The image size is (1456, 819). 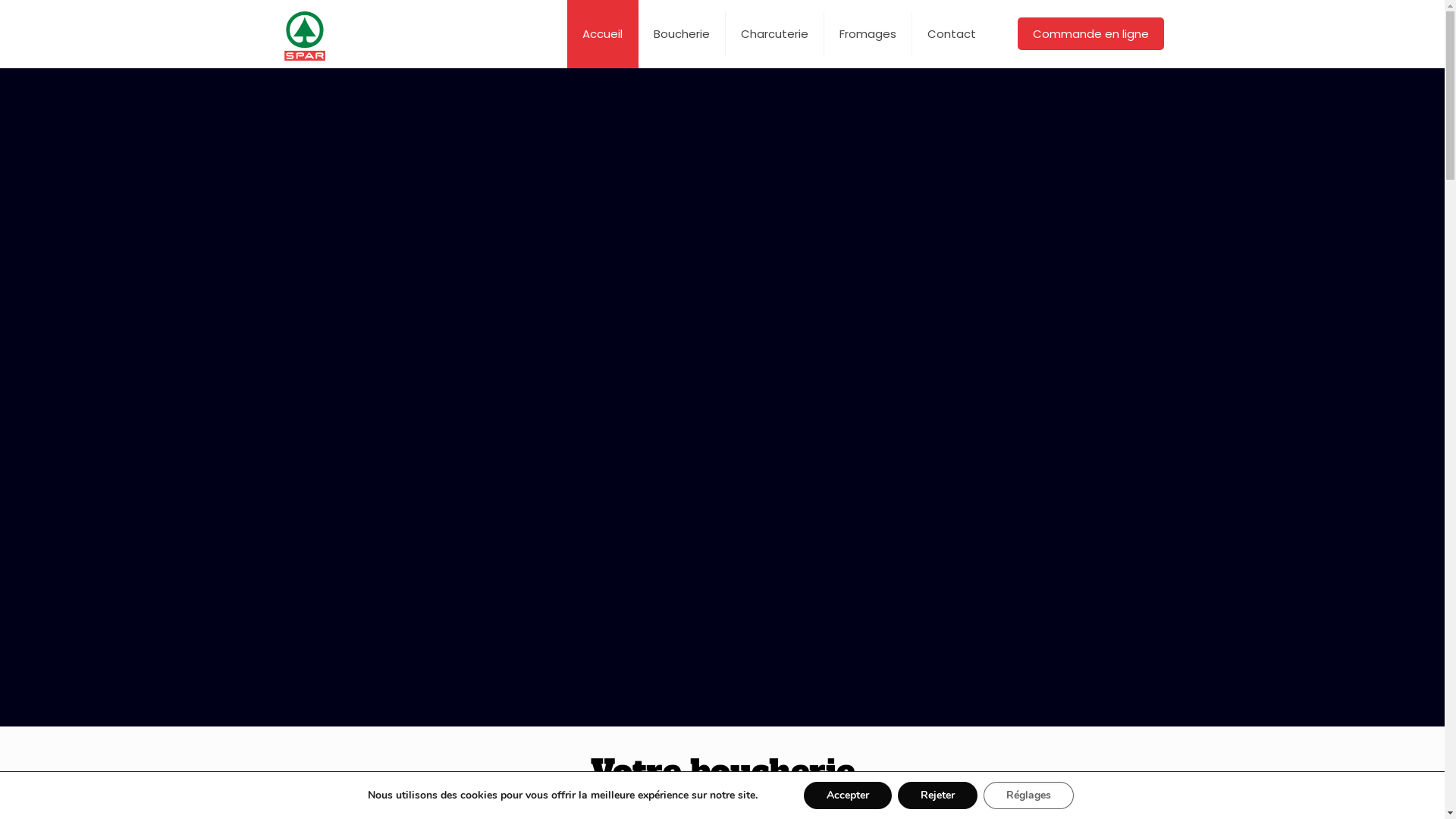 I want to click on 'Commande en ligne', so click(x=1090, y=33).